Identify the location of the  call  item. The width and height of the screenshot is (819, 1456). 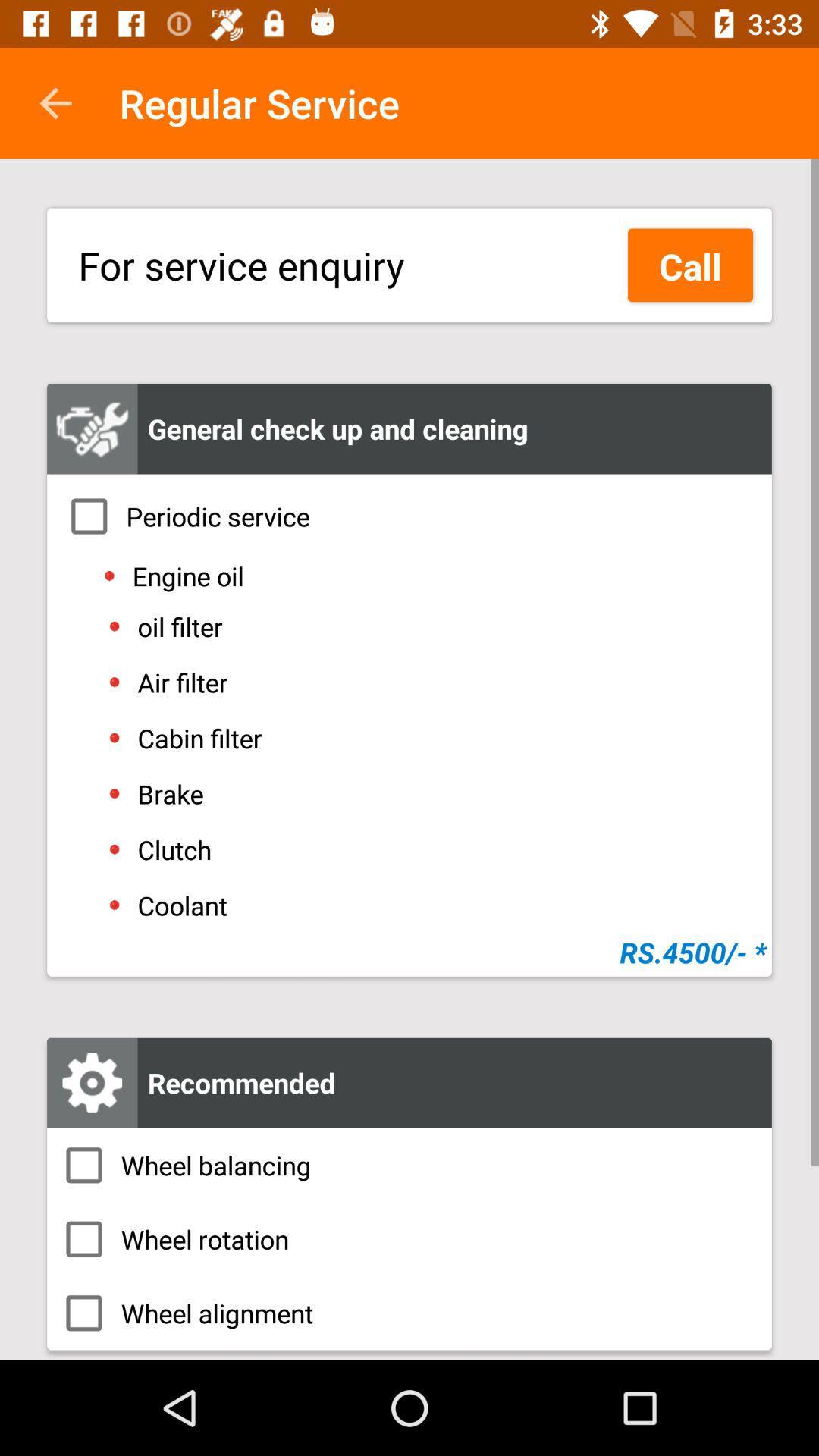
(690, 265).